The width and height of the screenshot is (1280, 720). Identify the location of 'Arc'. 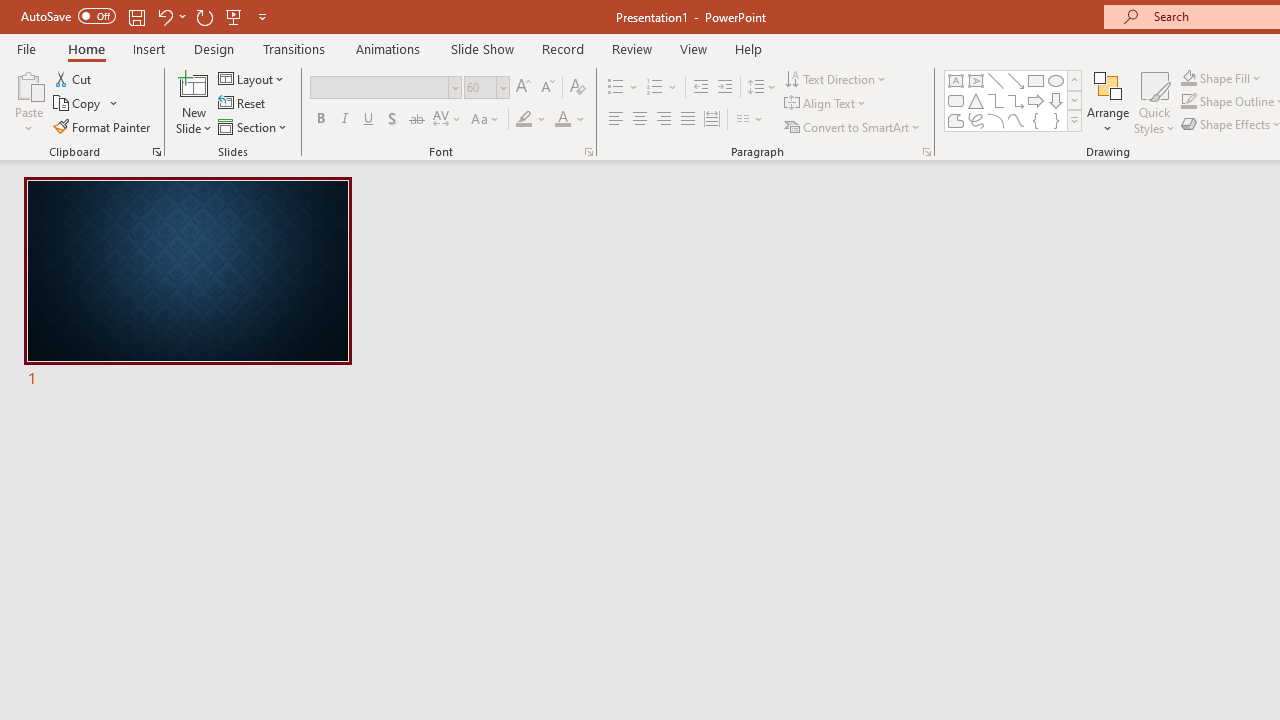
(995, 120).